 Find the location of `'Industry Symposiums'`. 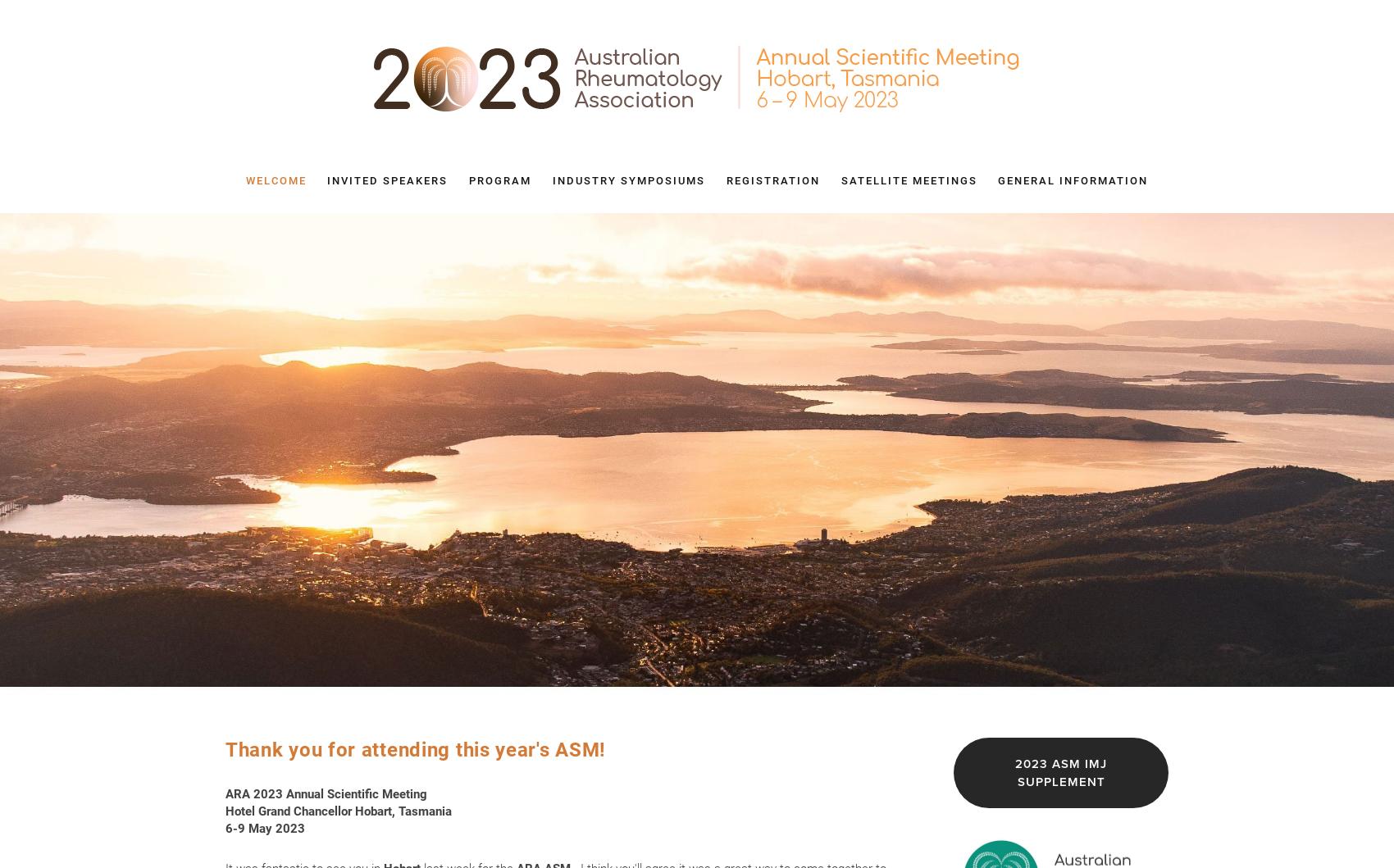

'Industry Symposiums' is located at coordinates (628, 180).